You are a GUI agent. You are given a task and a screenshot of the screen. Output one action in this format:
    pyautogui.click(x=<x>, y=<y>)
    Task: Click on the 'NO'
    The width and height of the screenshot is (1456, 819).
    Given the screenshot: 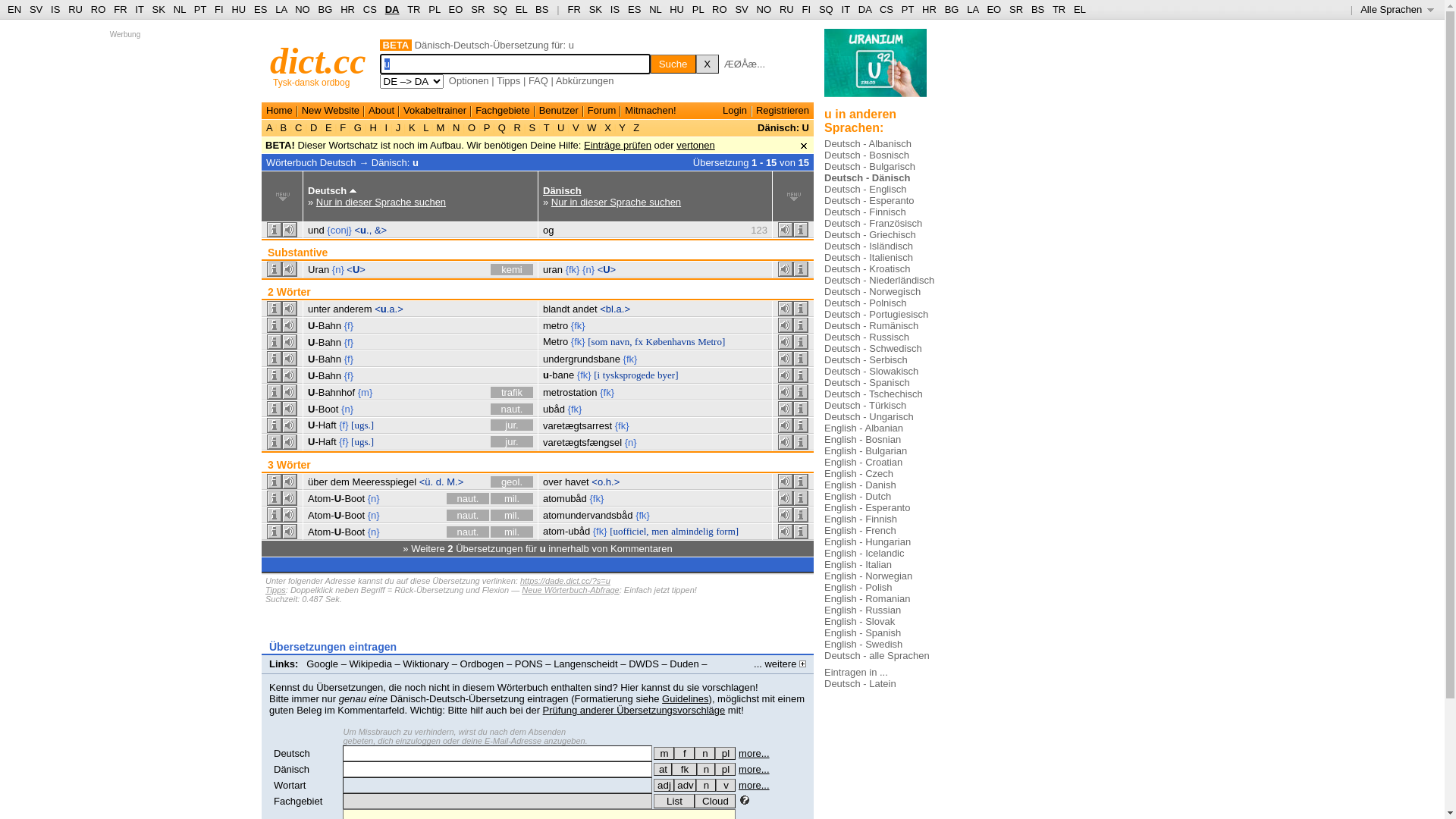 What is the action you would take?
    pyautogui.click(x=302, y=9)
    